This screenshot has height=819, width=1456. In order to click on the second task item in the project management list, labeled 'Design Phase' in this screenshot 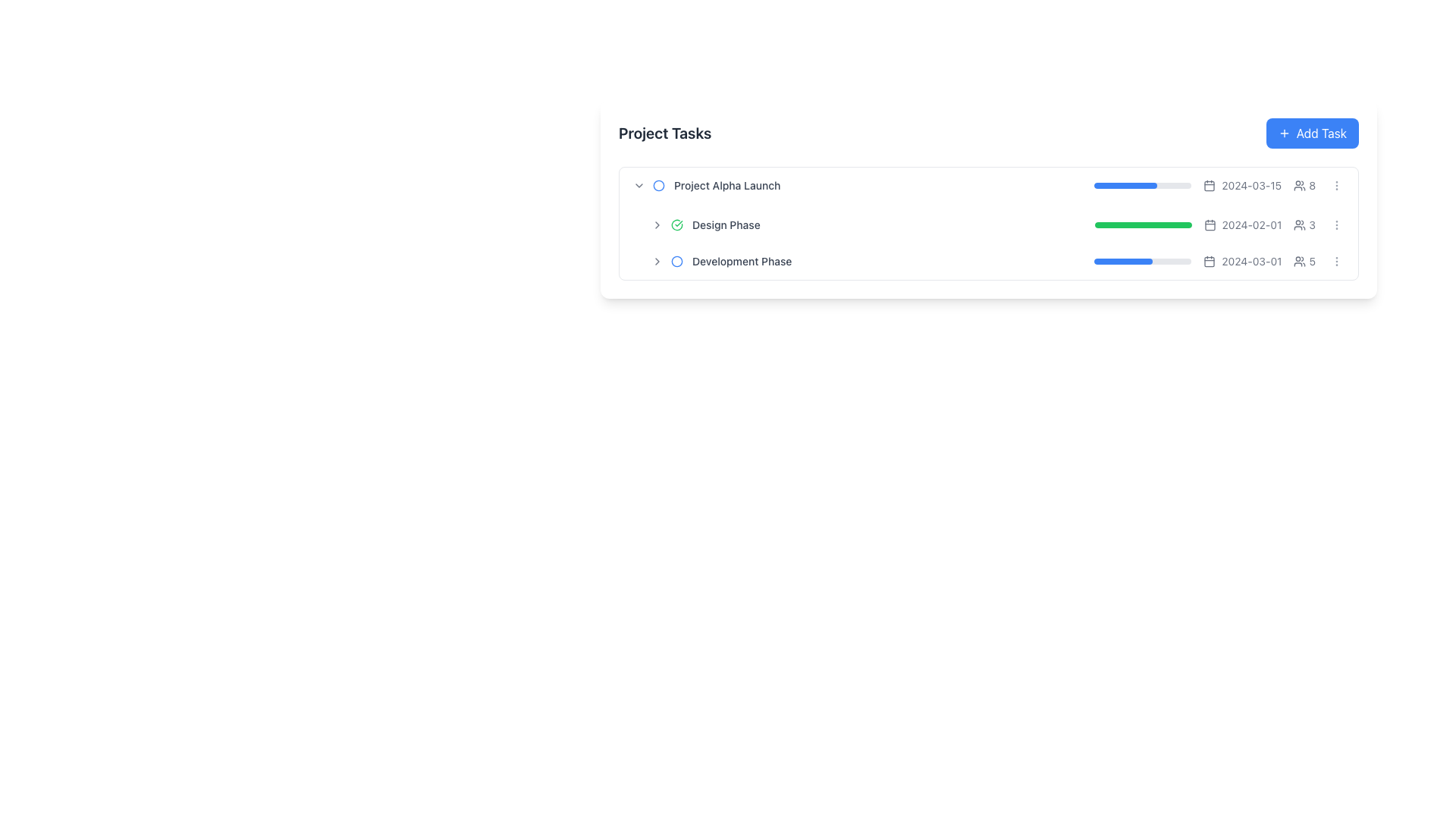, I will do `click(997, 225)`.